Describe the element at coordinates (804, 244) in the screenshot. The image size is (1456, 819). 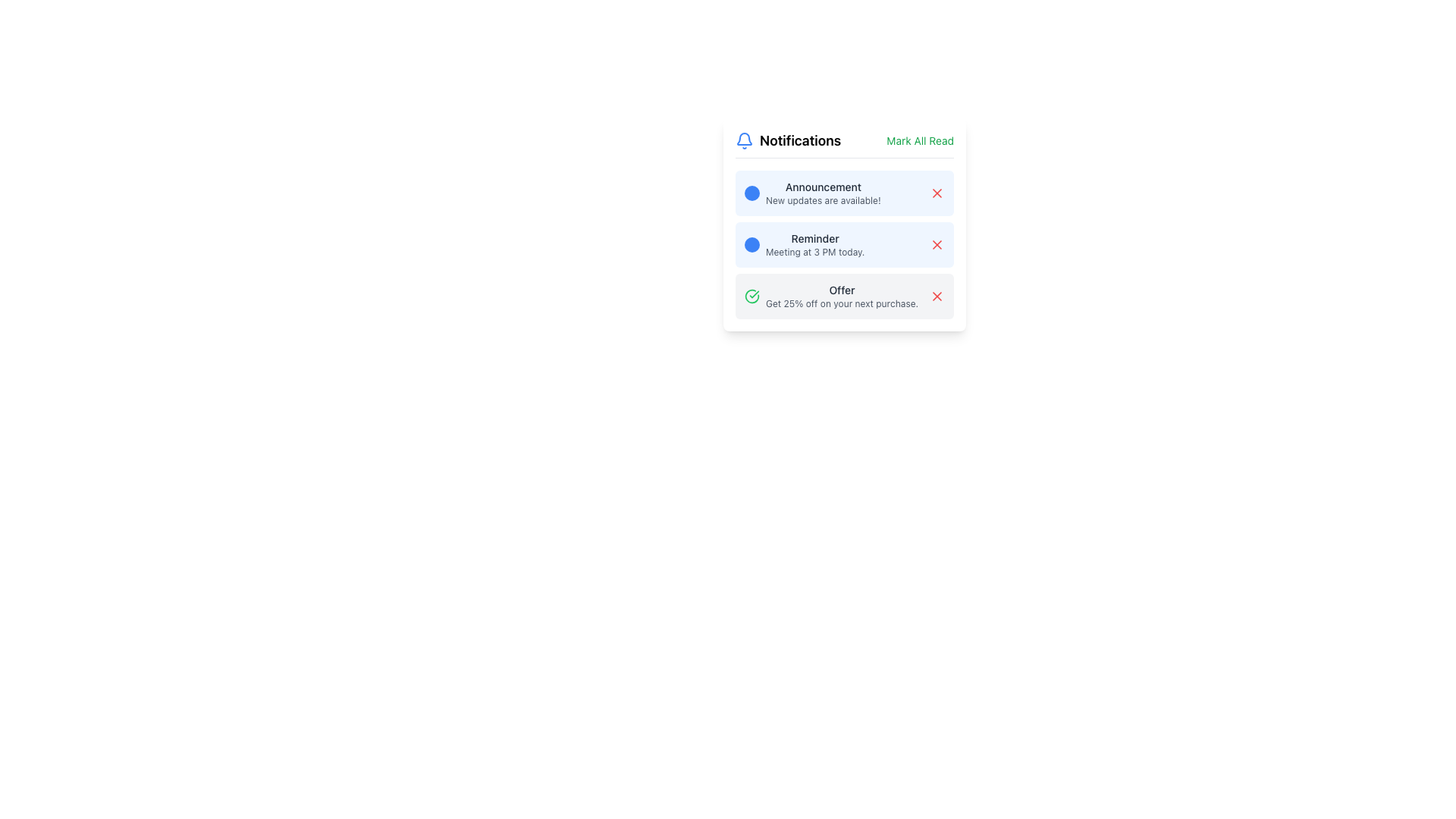
I see `the notification entry titled 'Reminder' with the subtitle 'Meeting at 3 PM today.'` at that location.